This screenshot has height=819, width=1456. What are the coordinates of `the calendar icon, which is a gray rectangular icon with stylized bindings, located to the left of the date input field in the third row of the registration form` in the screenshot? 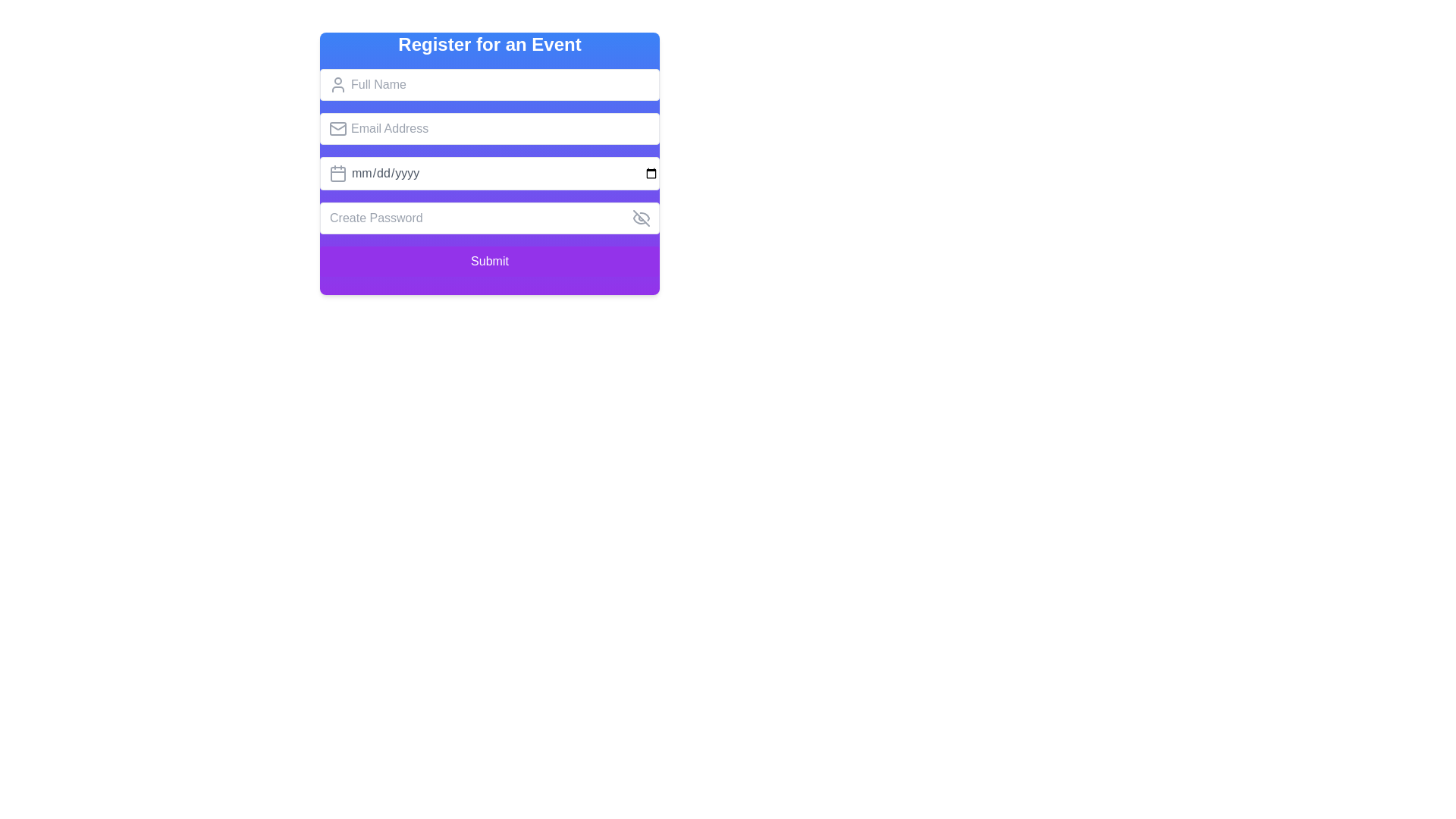 It's located at (337, 172).